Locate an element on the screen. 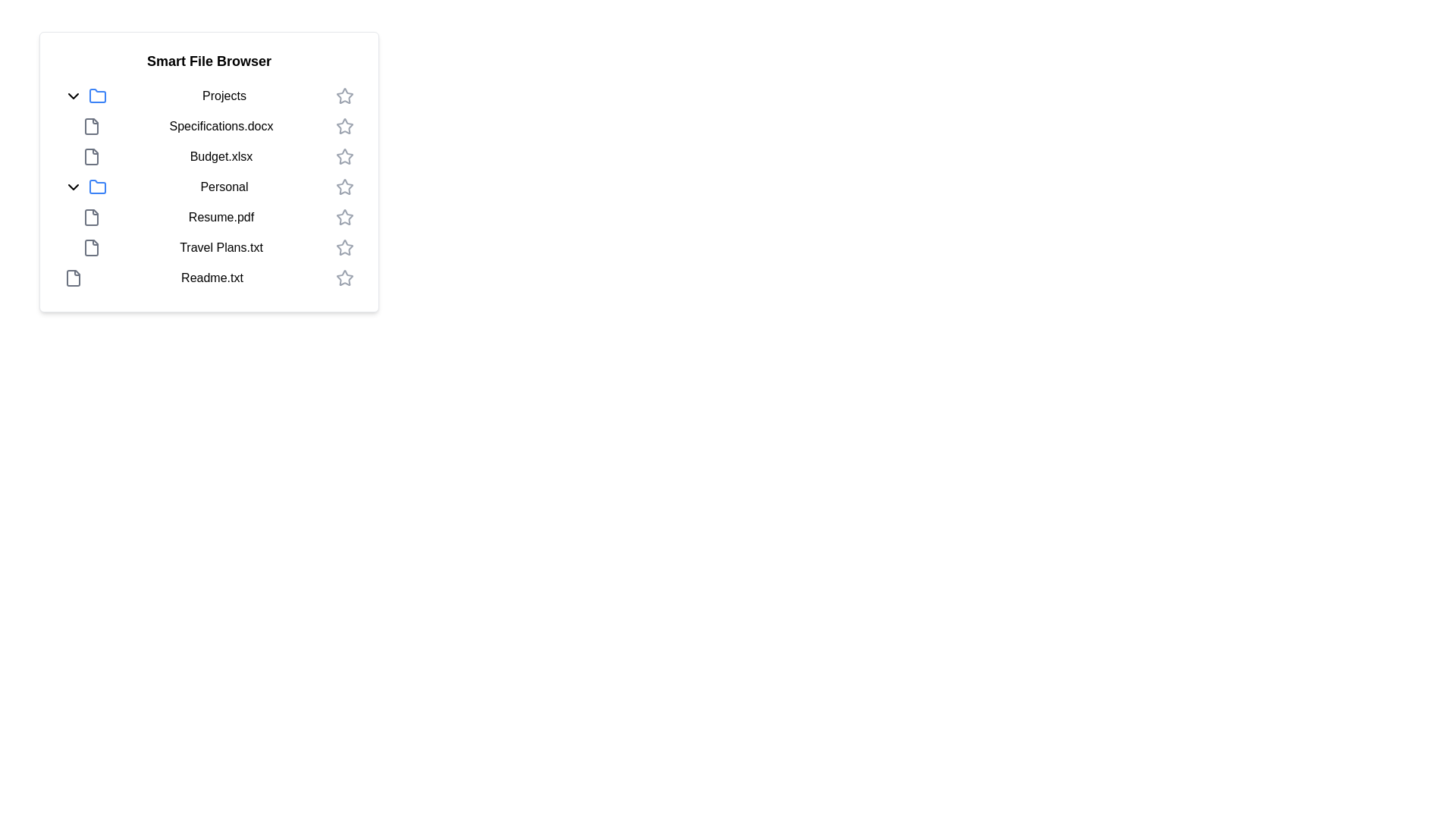 This screenshot has height=819, width=1456. the star-shaped icon button located next to the 'Readme.txt' file in the file list is located at coordinates (344, 278).